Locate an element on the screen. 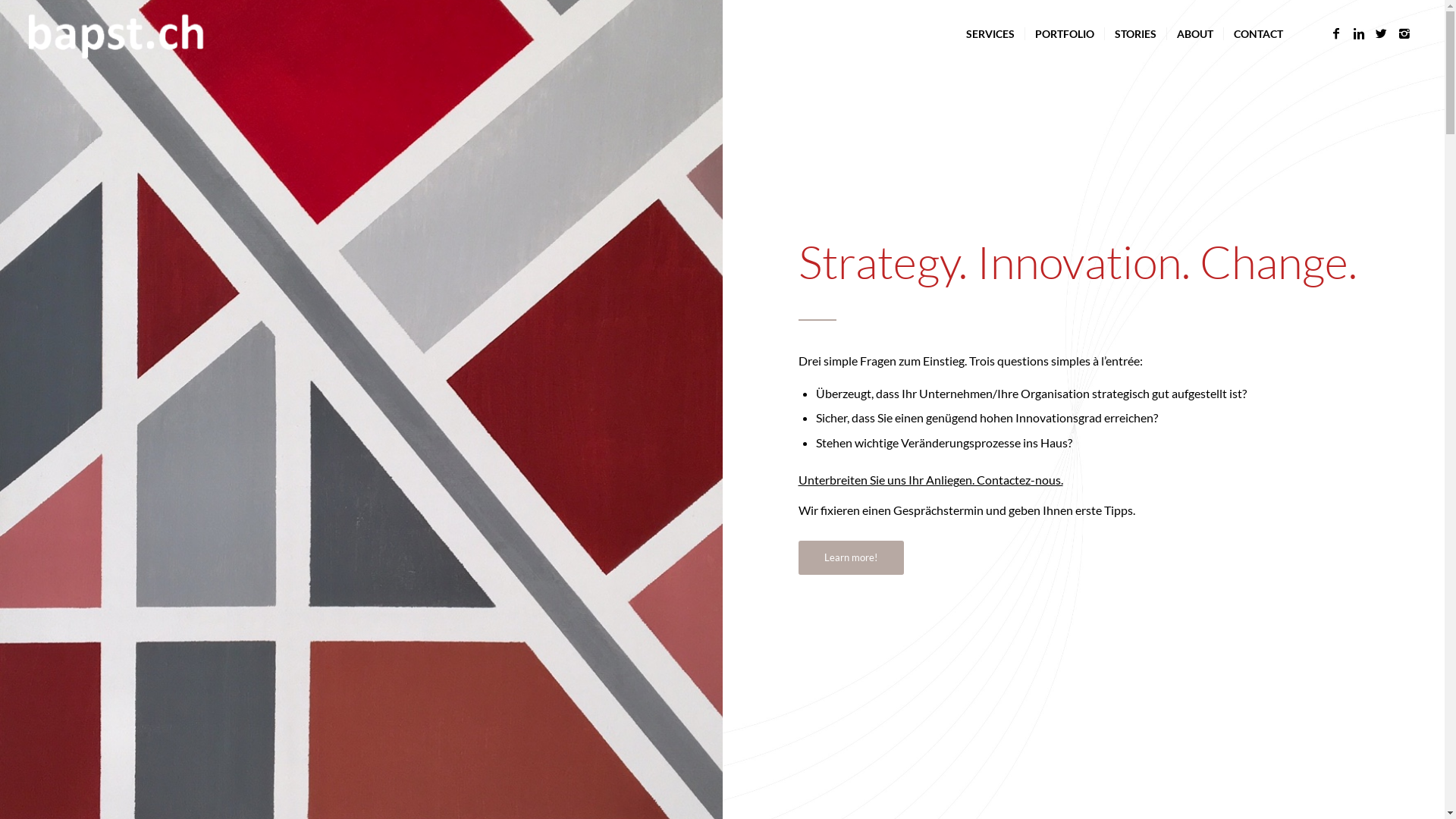  'SERVICES' is located at coordinates (990, 34).